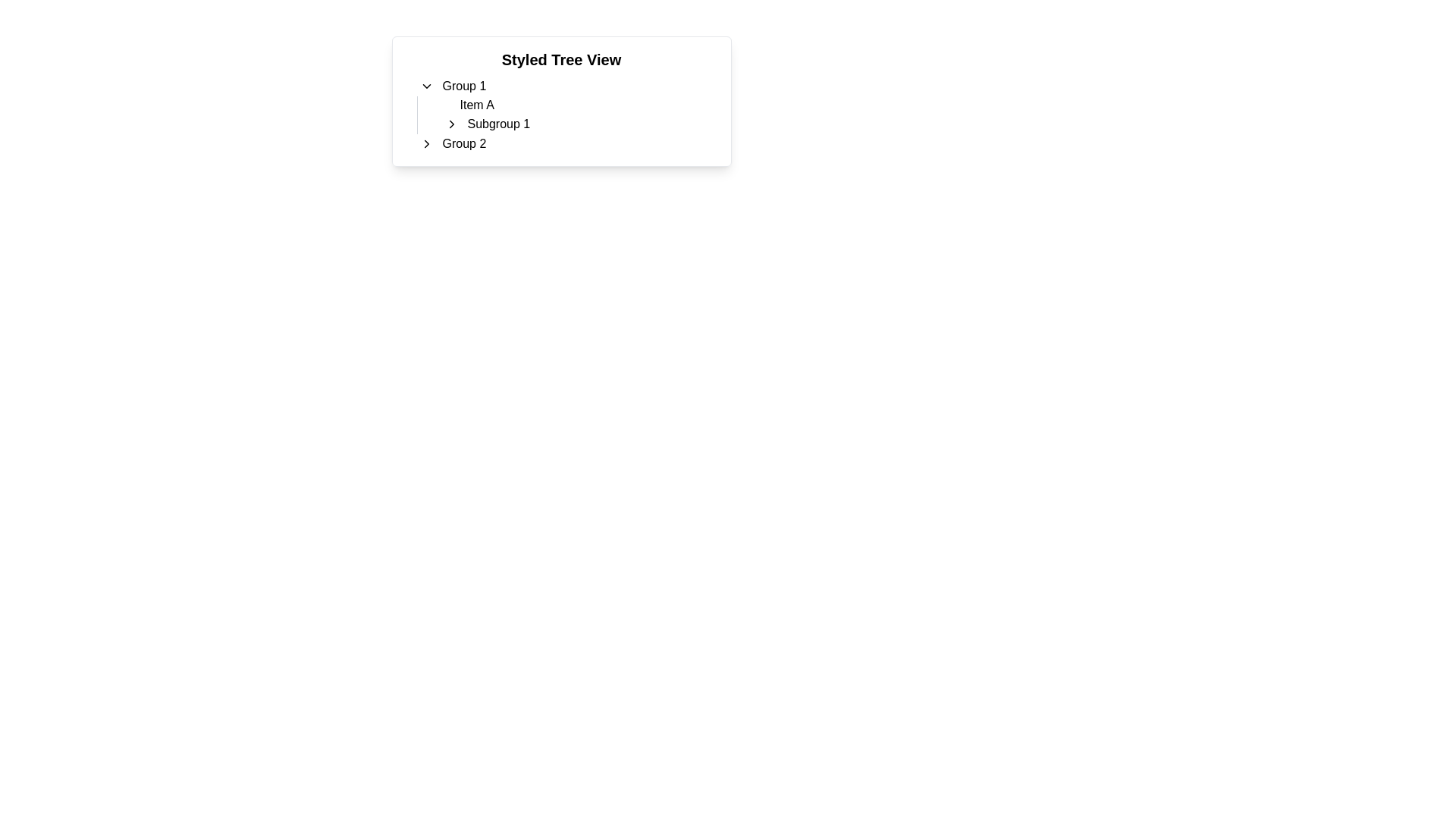  What do you see at coordinates (560, 104) in the screenshot?
I see `the first Tree Node in the hierarchical listing interface, which allows for expanding or collapsing its sub-elements` at bounding box center [560, 104].